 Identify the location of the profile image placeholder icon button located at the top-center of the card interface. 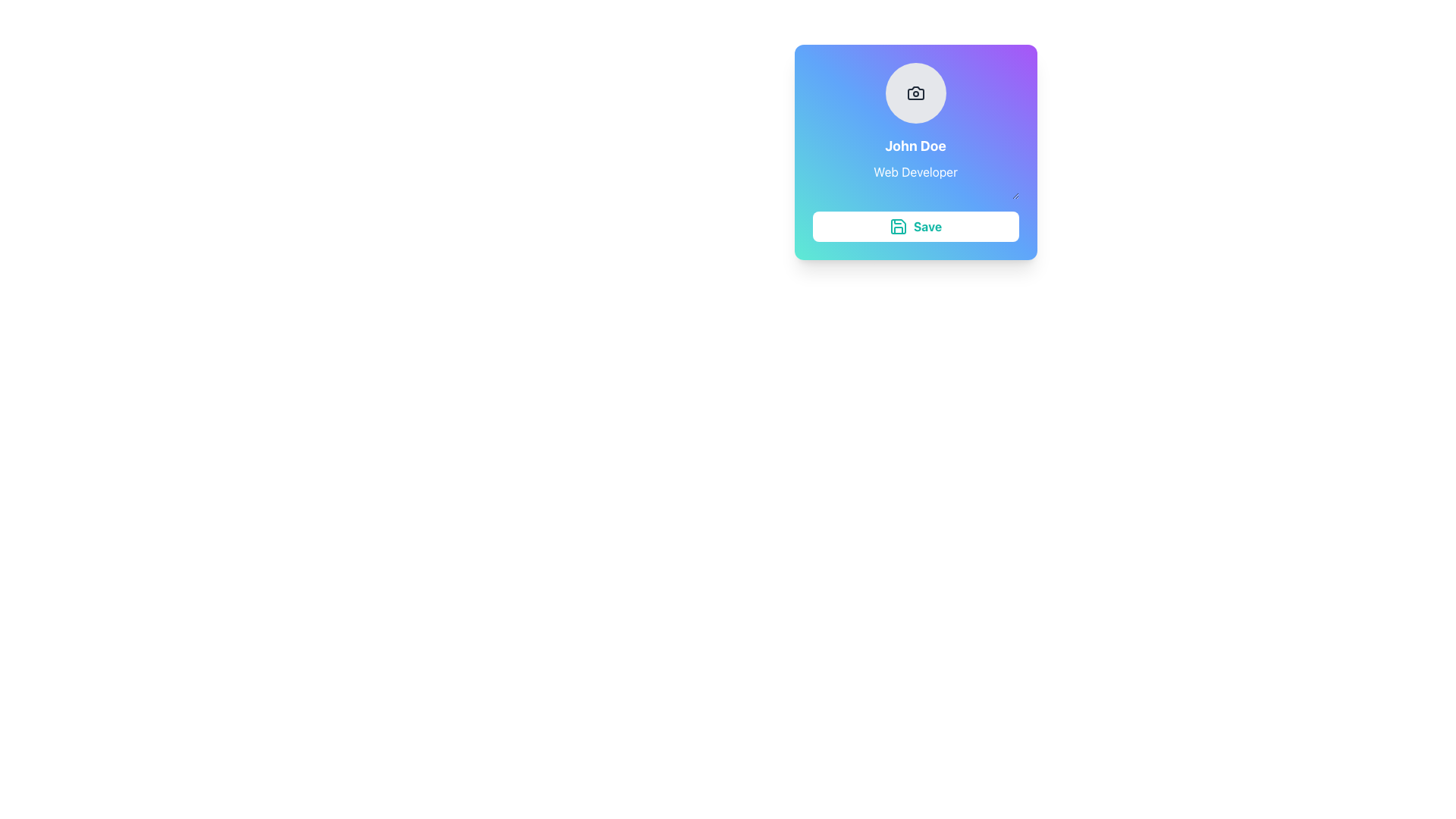
(915, 93).